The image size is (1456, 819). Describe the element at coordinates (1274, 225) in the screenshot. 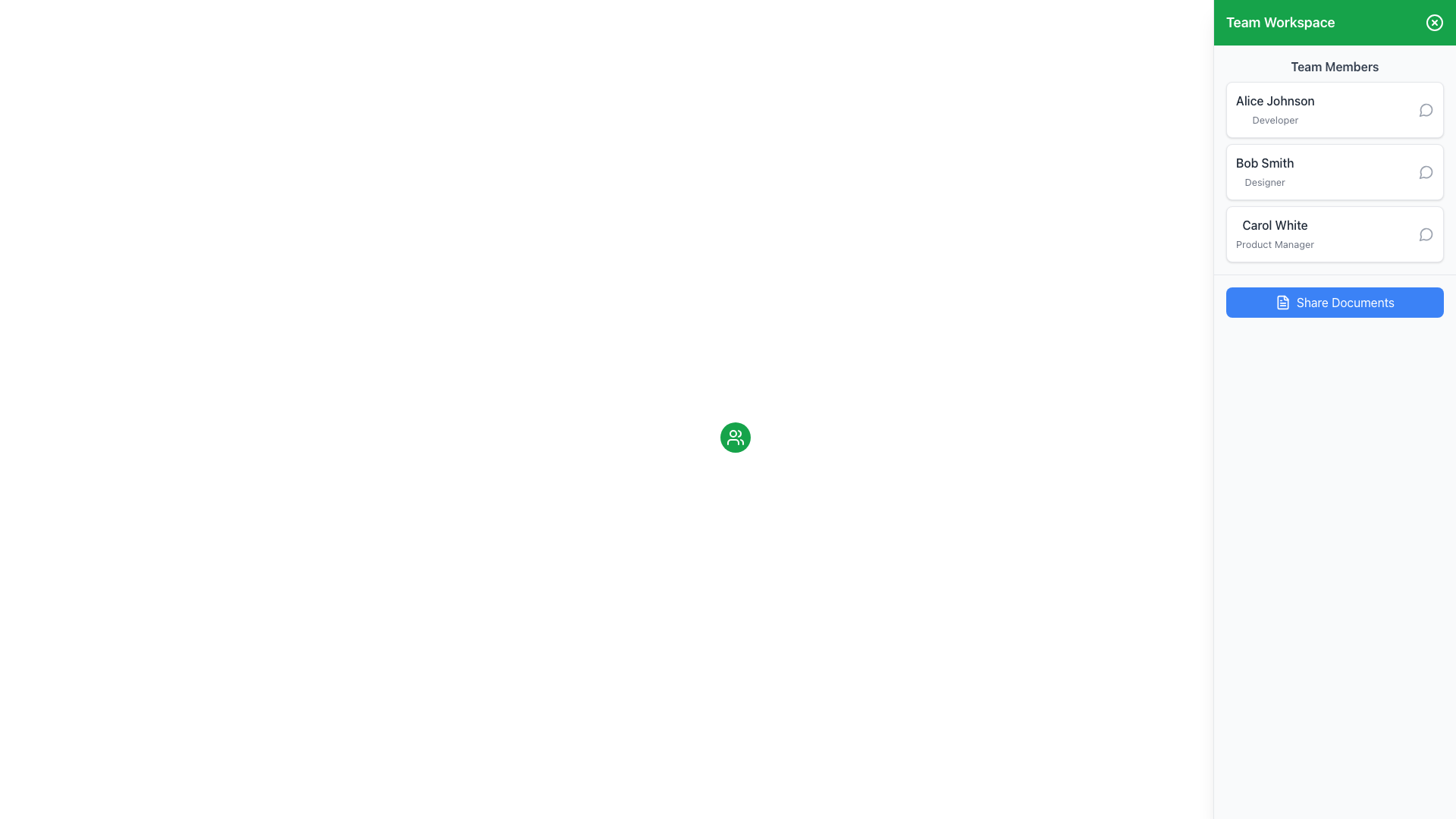

I see `the 'Carol White' text label located` at that location.